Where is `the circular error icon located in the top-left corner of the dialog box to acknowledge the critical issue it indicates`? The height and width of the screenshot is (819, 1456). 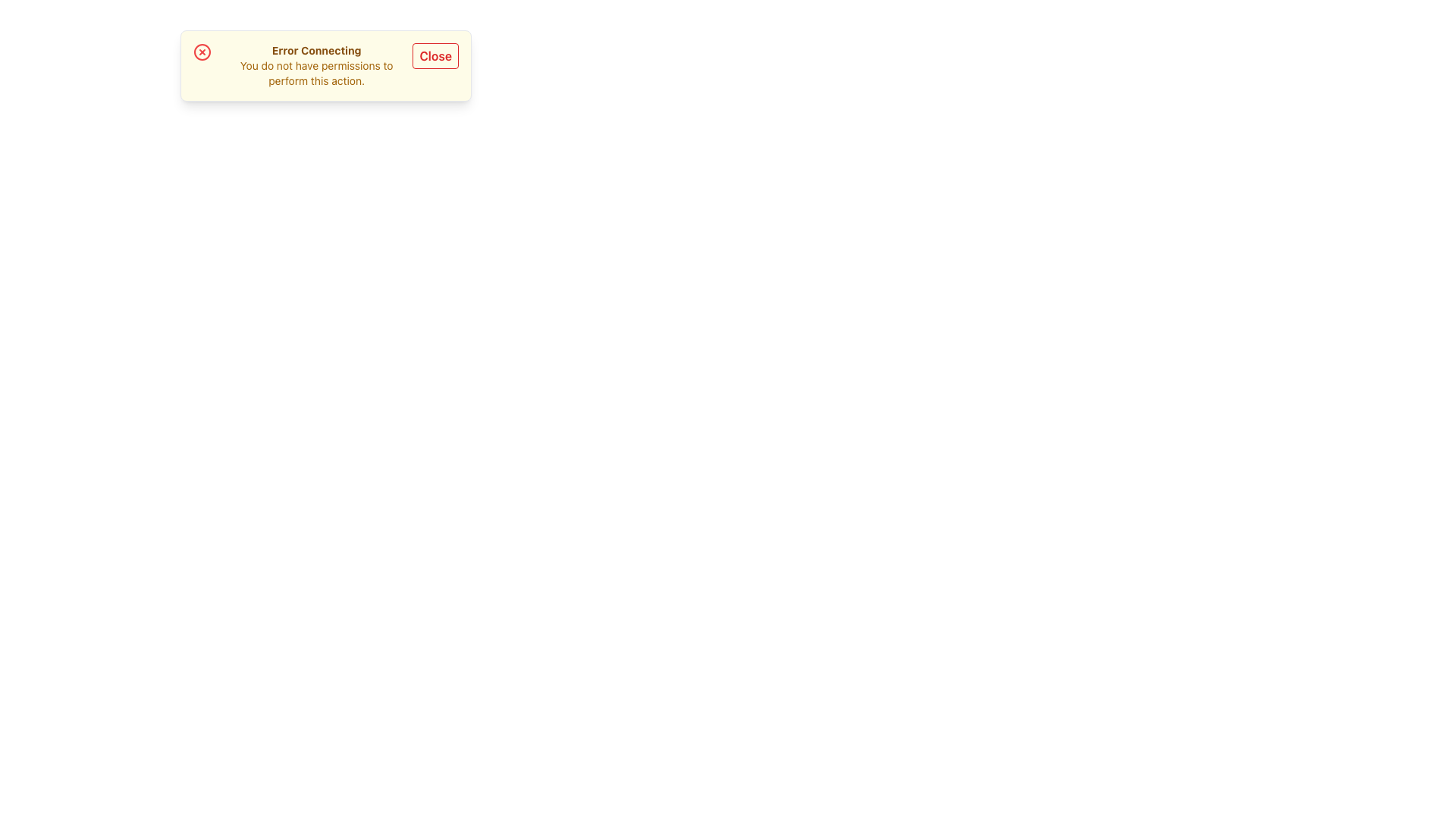 the circular error icon located in the top-left corner of the dialog box to acknowledge the critical issue it indicates is located at coordinates (202, 52).